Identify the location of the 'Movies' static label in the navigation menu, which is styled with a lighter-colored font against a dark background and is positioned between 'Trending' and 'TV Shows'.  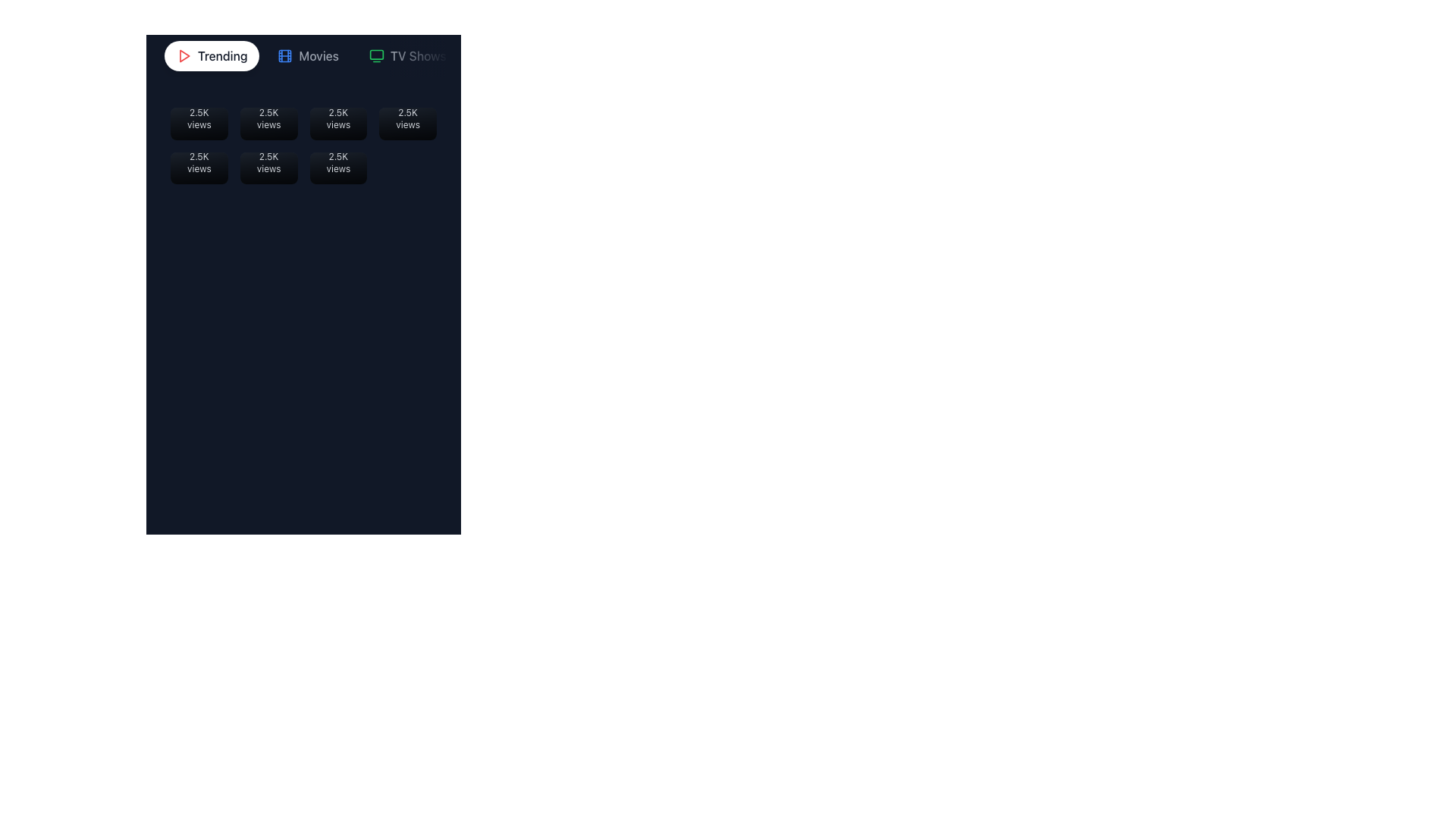
(318, 55).